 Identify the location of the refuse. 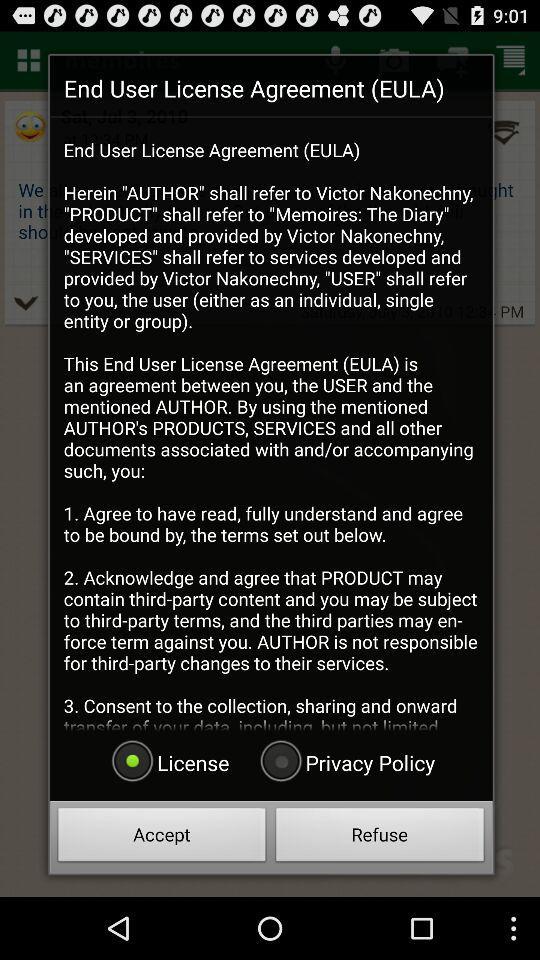
(380, 837).